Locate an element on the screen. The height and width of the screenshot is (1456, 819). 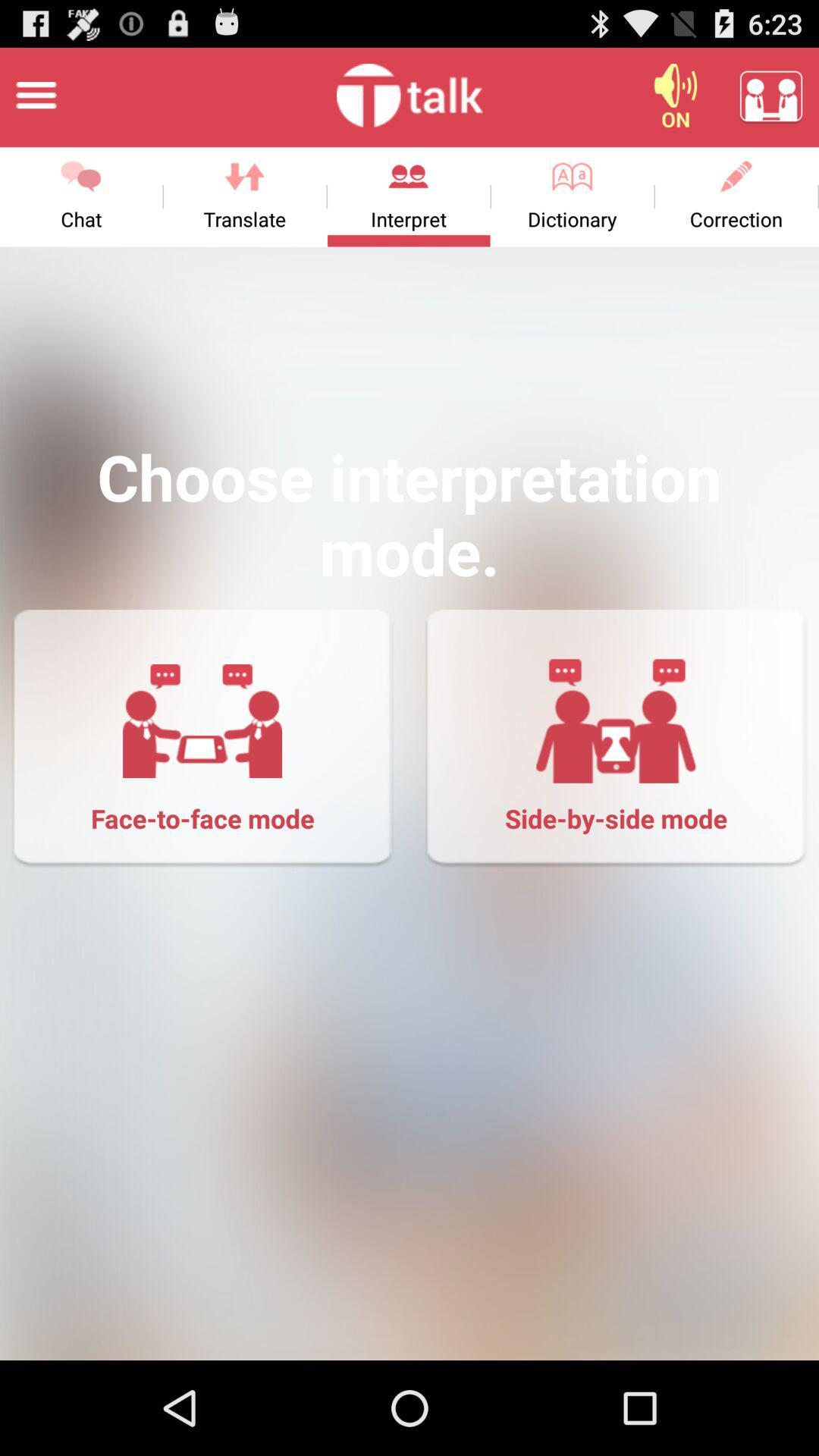
the menu icon is located at coordinates (35, 101).